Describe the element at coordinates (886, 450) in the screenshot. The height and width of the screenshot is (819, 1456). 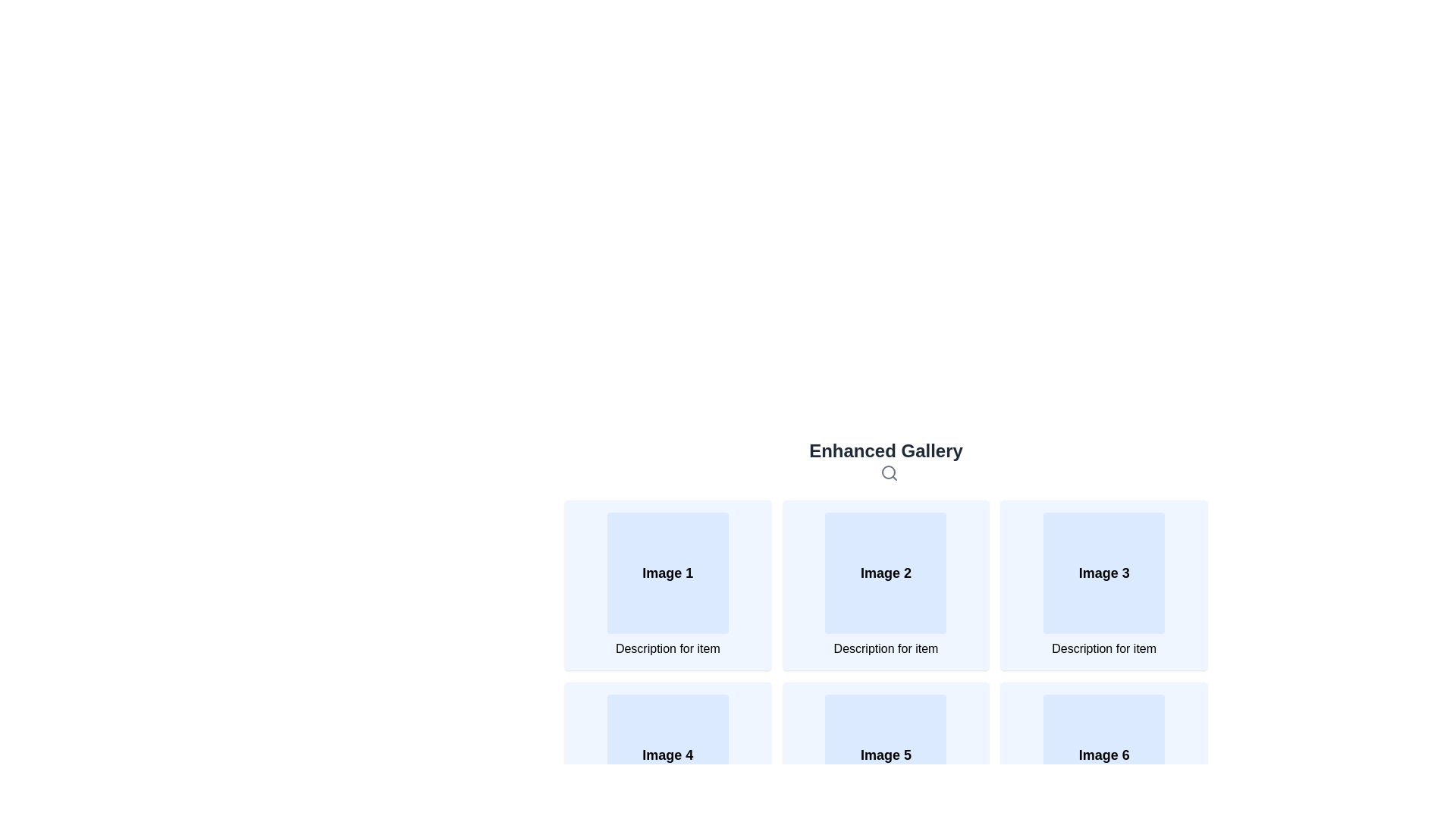
I see `text label that displays 'Enhanced Gallery' in bold and large font, located prominently near the top section of the layout` at that location.